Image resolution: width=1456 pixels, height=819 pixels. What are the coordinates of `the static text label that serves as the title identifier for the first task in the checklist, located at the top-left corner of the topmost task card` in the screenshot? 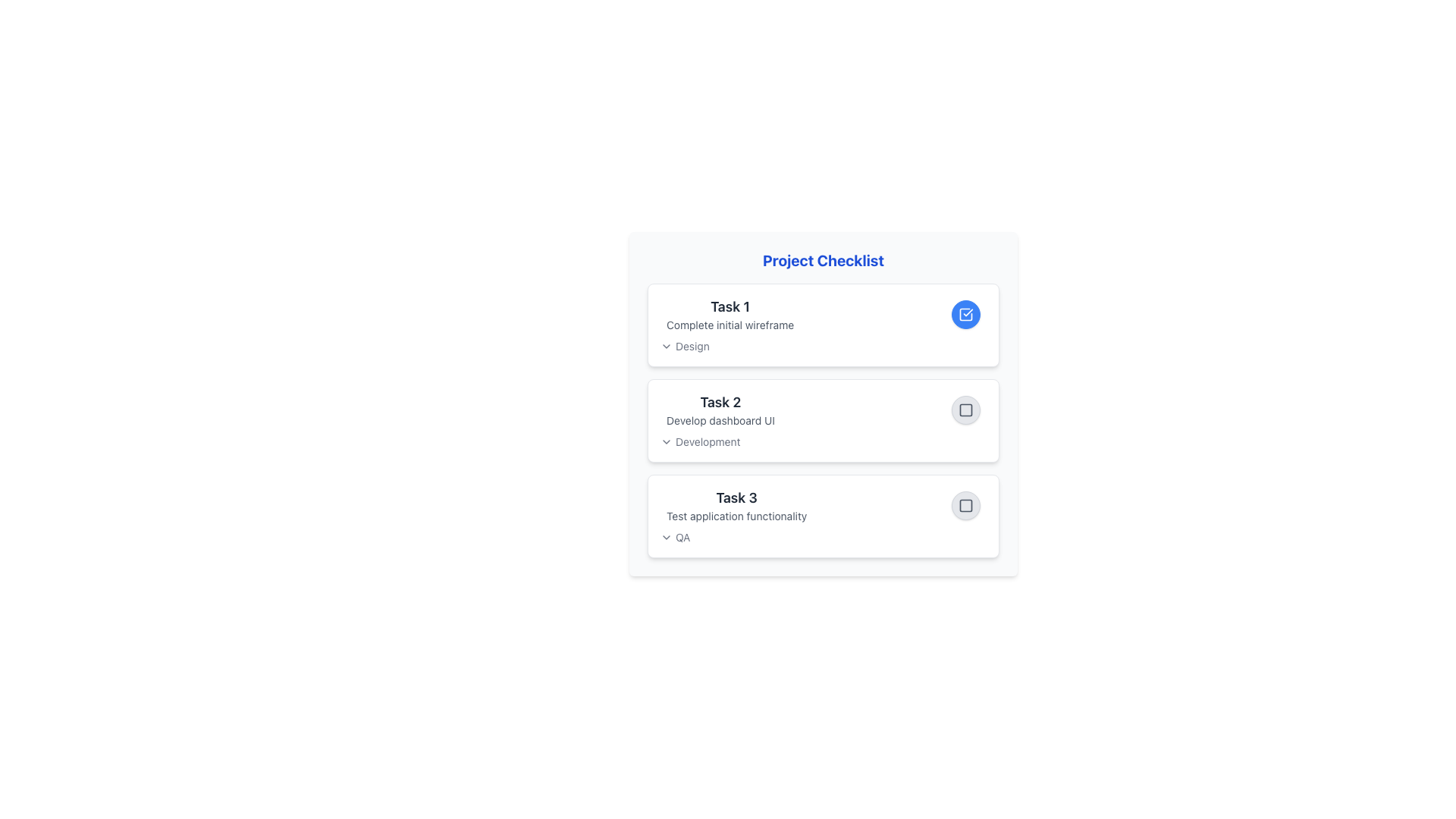 It's located at (730, 306).